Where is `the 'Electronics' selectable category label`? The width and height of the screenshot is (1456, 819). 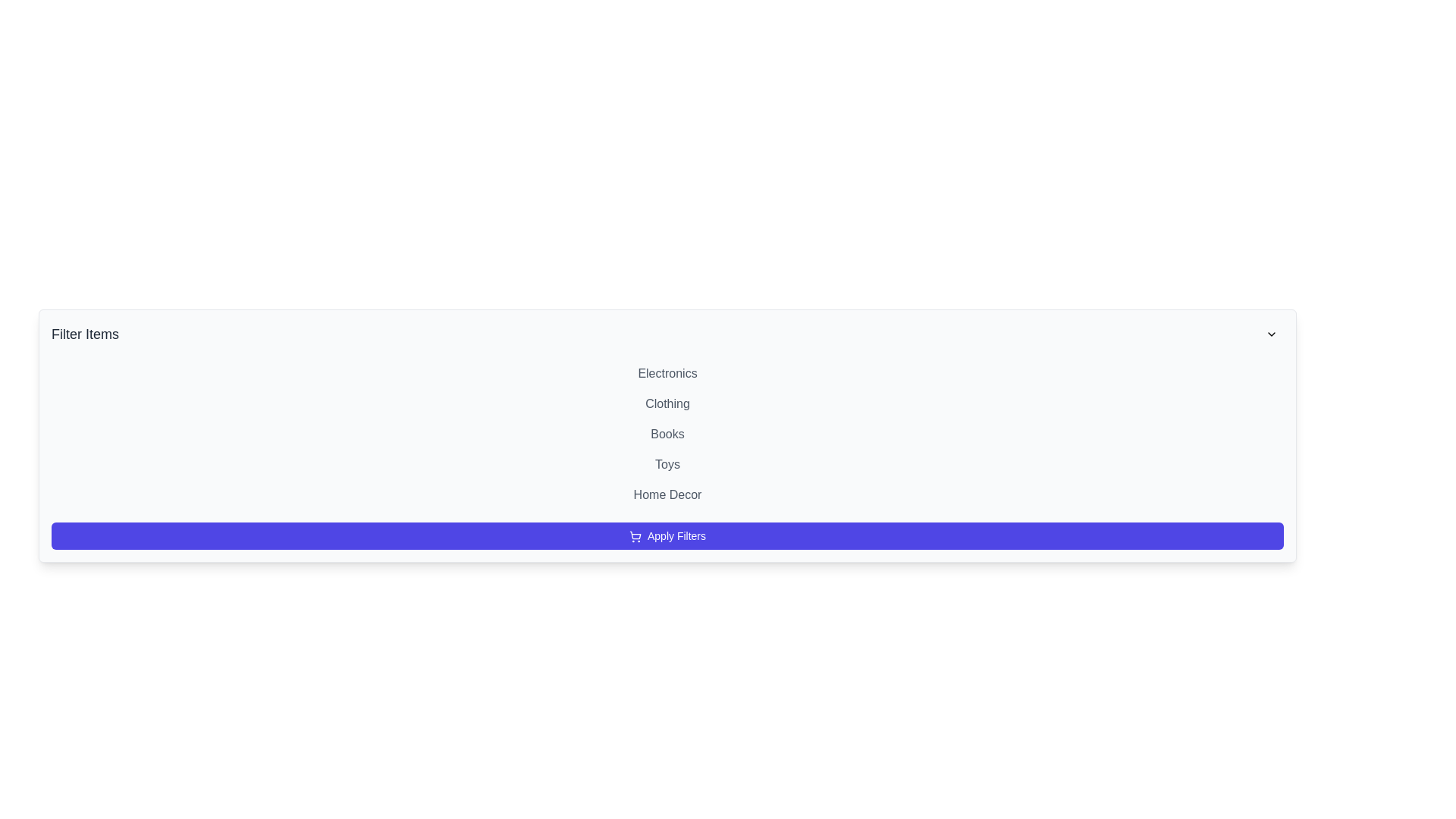 the 'Electronics' selectable category label is located at coordinates (667, 374).